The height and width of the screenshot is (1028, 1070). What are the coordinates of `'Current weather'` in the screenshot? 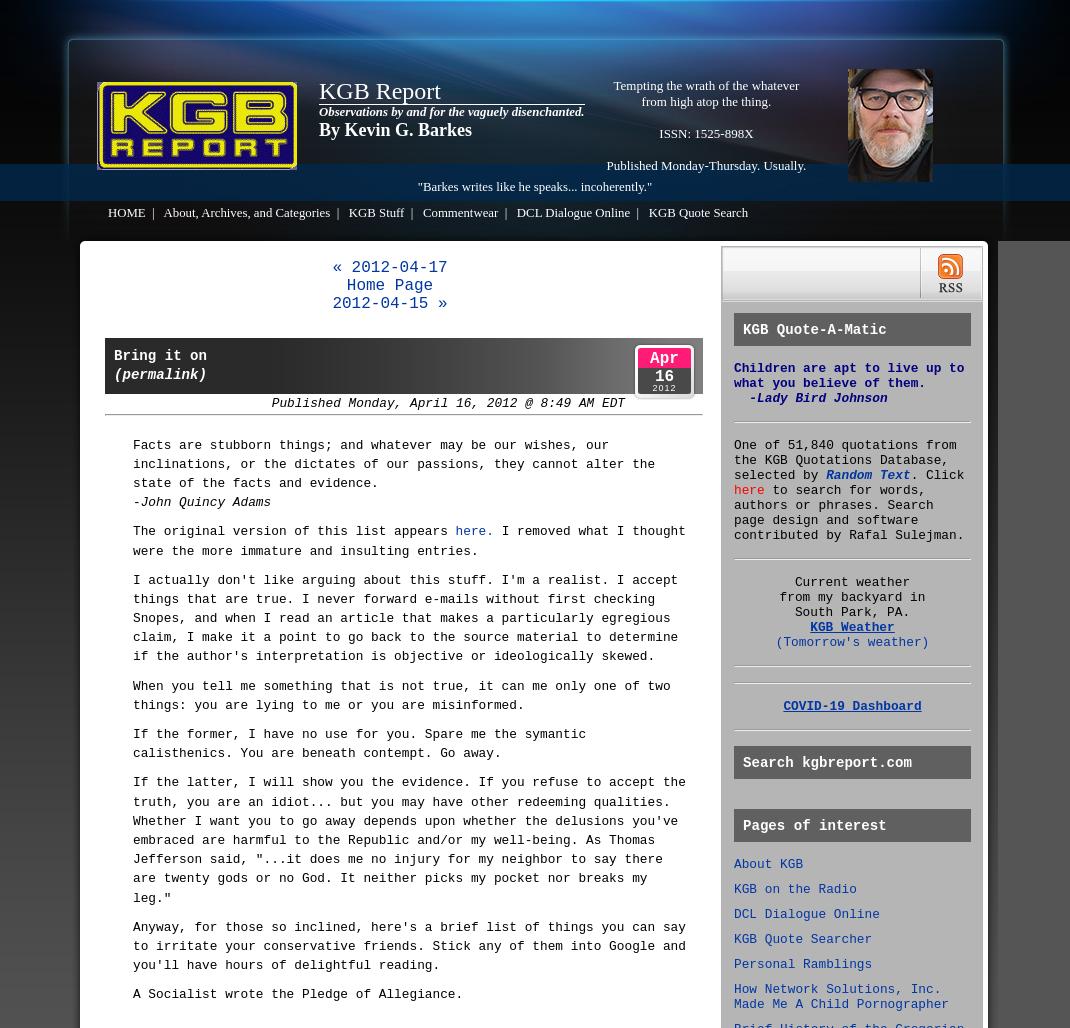 It's located at (793, 581).